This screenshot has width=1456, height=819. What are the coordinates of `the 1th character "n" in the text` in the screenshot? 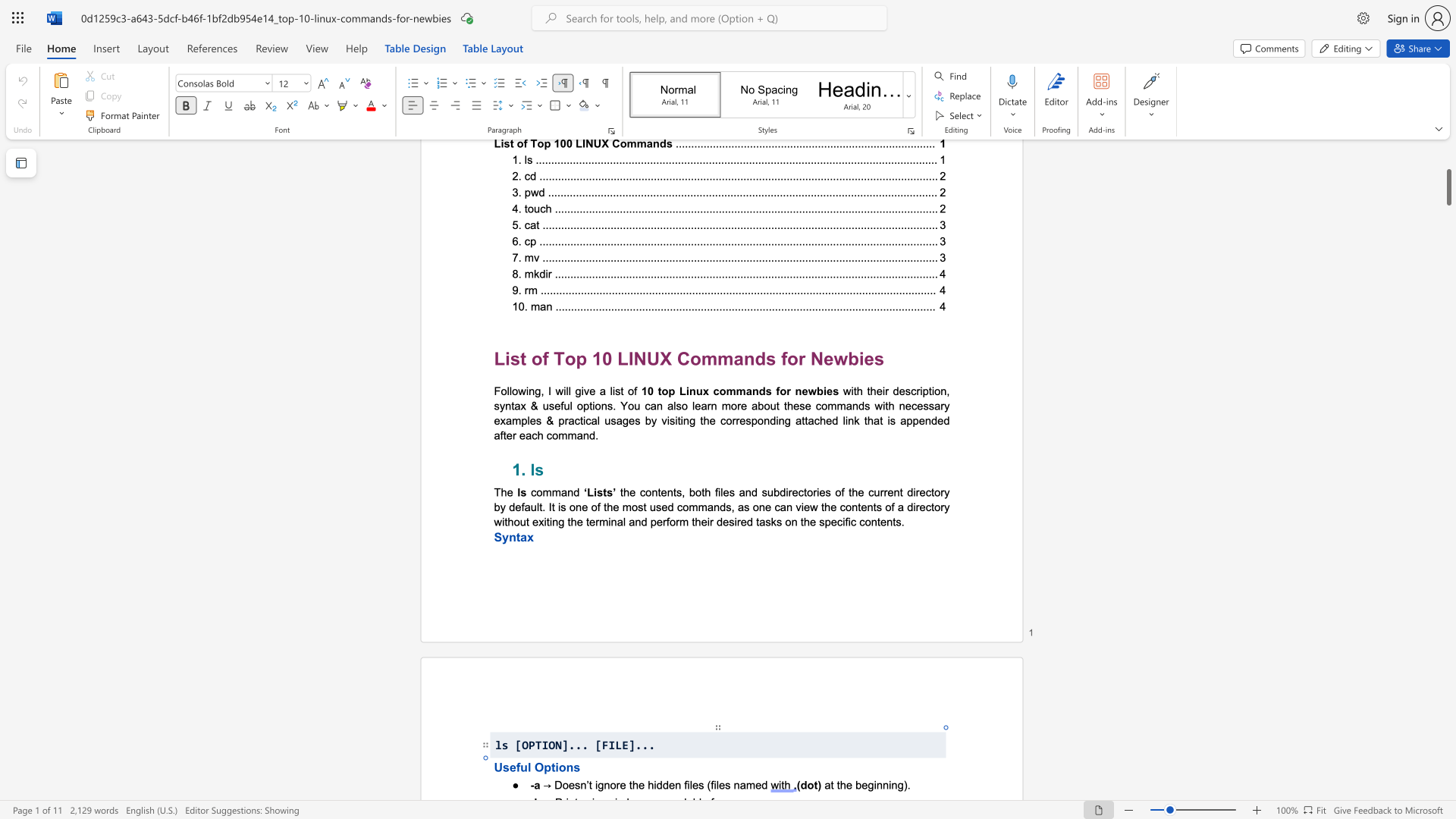 It's located at (607, 784).